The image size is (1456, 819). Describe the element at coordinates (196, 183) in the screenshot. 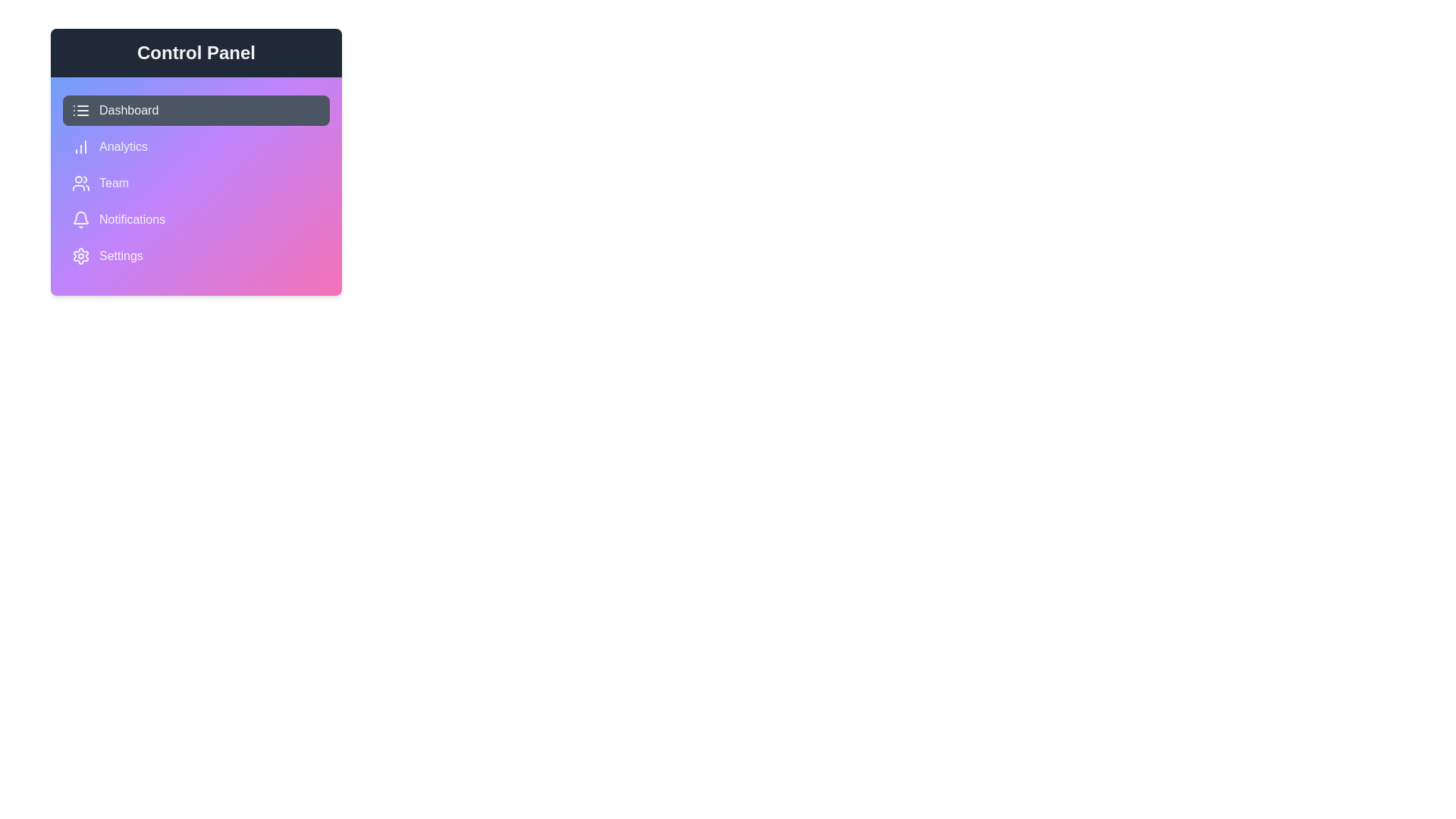

I see `the 'Team' button in the sidebar of the control panel` at that location.